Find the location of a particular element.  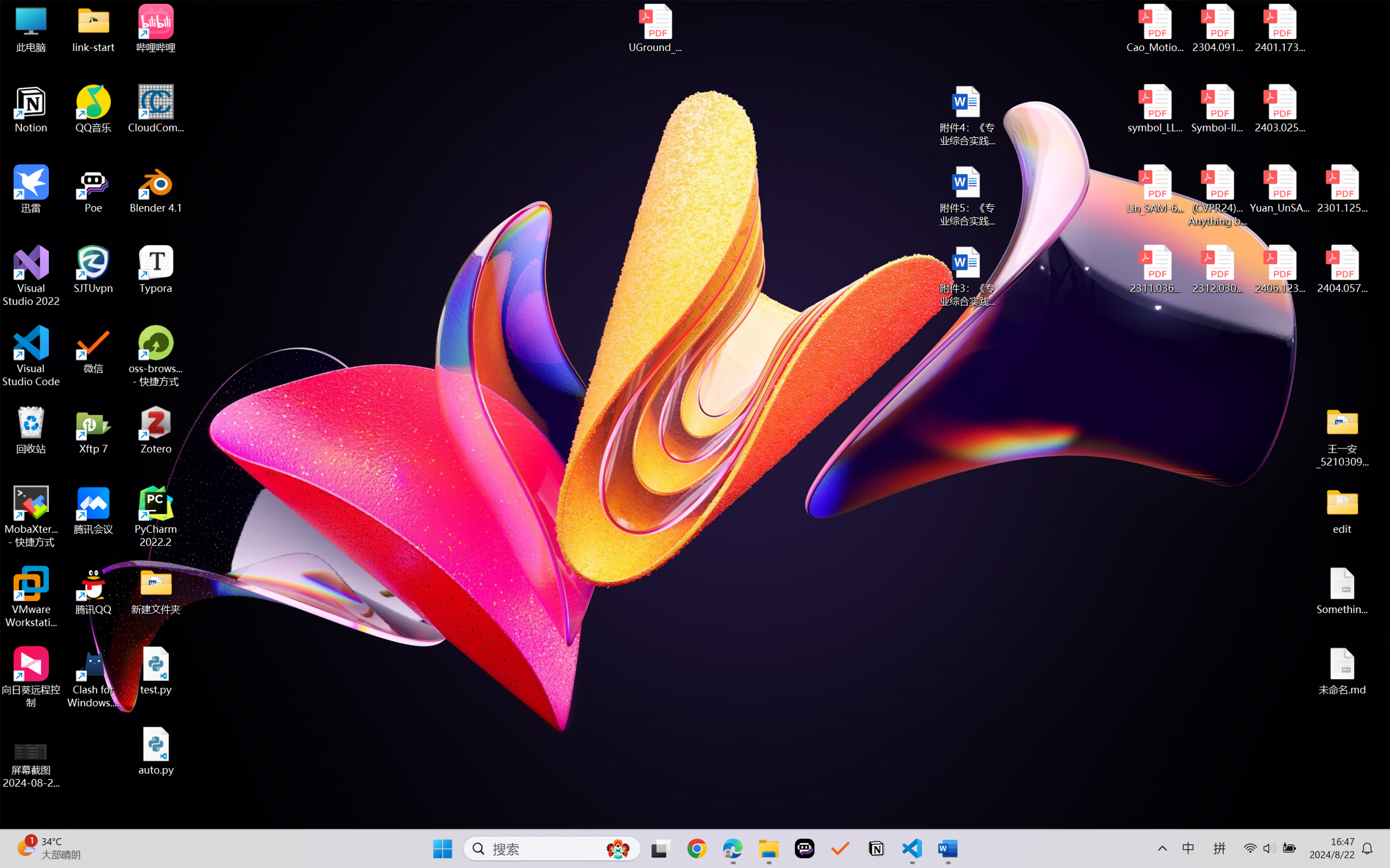

'2311.03658v2.pdf' is located at coordinates (1155, 269).